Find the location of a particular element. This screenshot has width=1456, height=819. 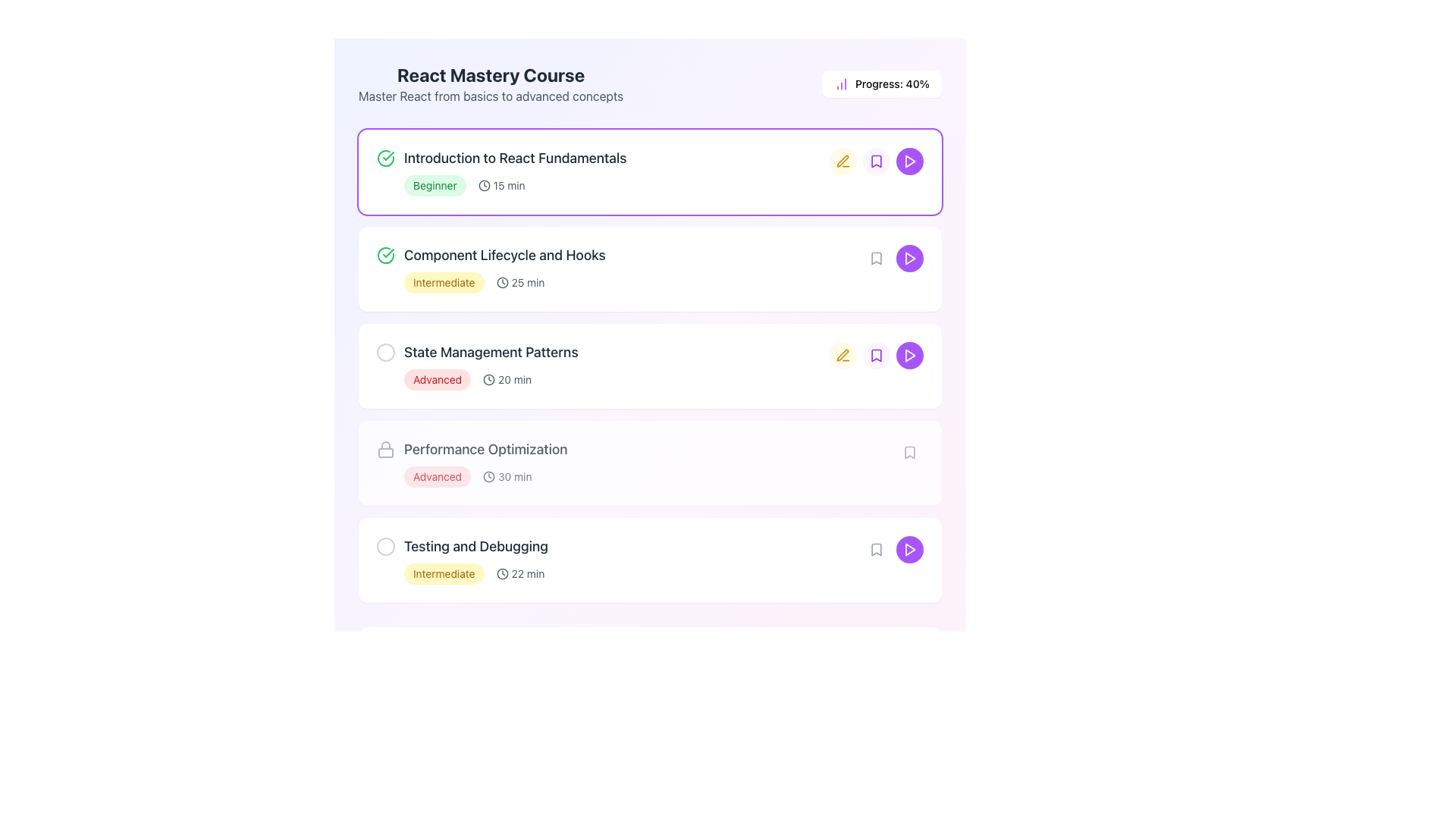

the yellowish-gold minimalist pen icon located to the right of the 'State Management Patterns' row to signify an action is located at coordinates (842, 161).